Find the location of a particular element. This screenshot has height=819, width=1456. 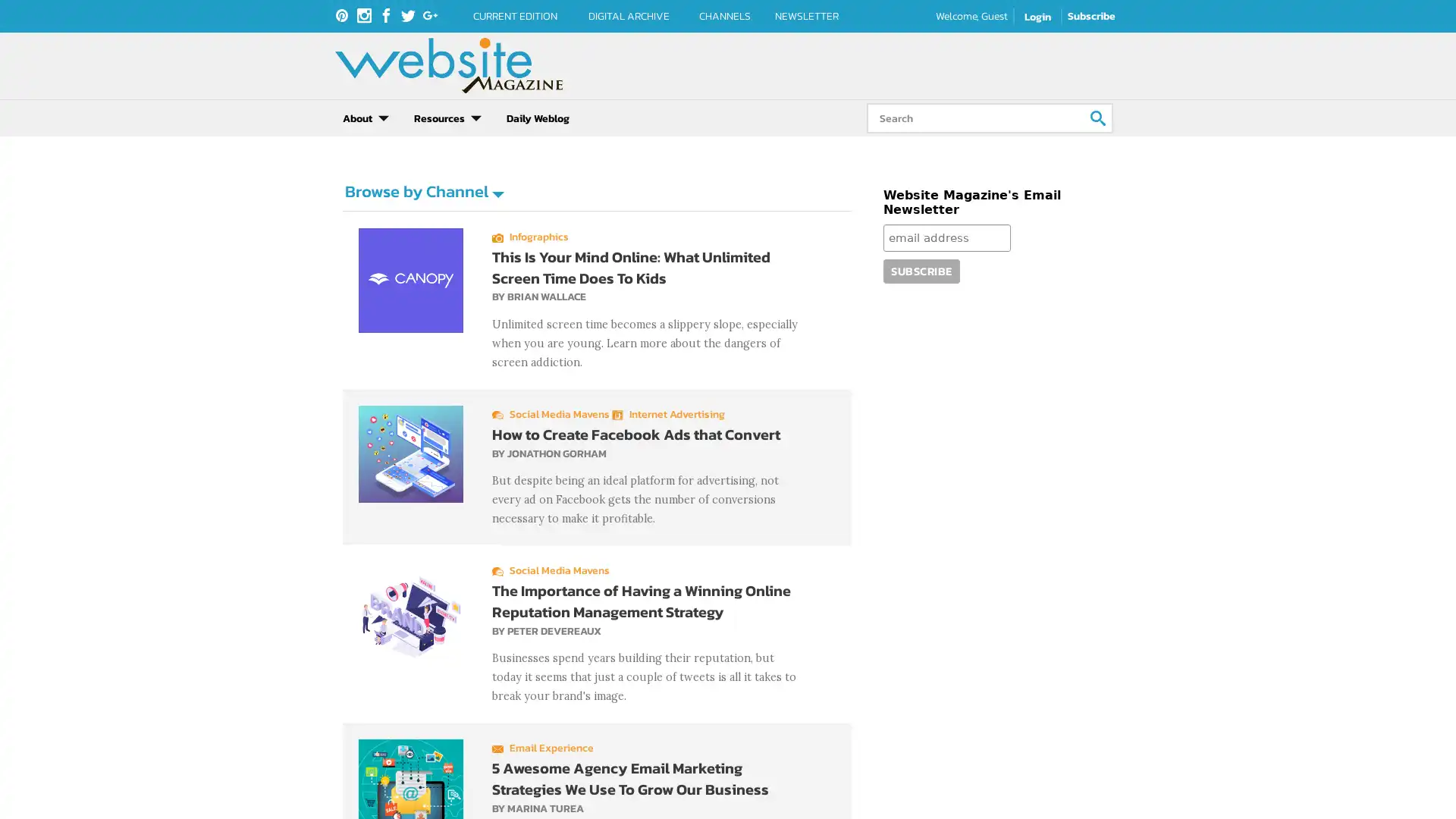

Subscribe is located at coordinates (920, 270).